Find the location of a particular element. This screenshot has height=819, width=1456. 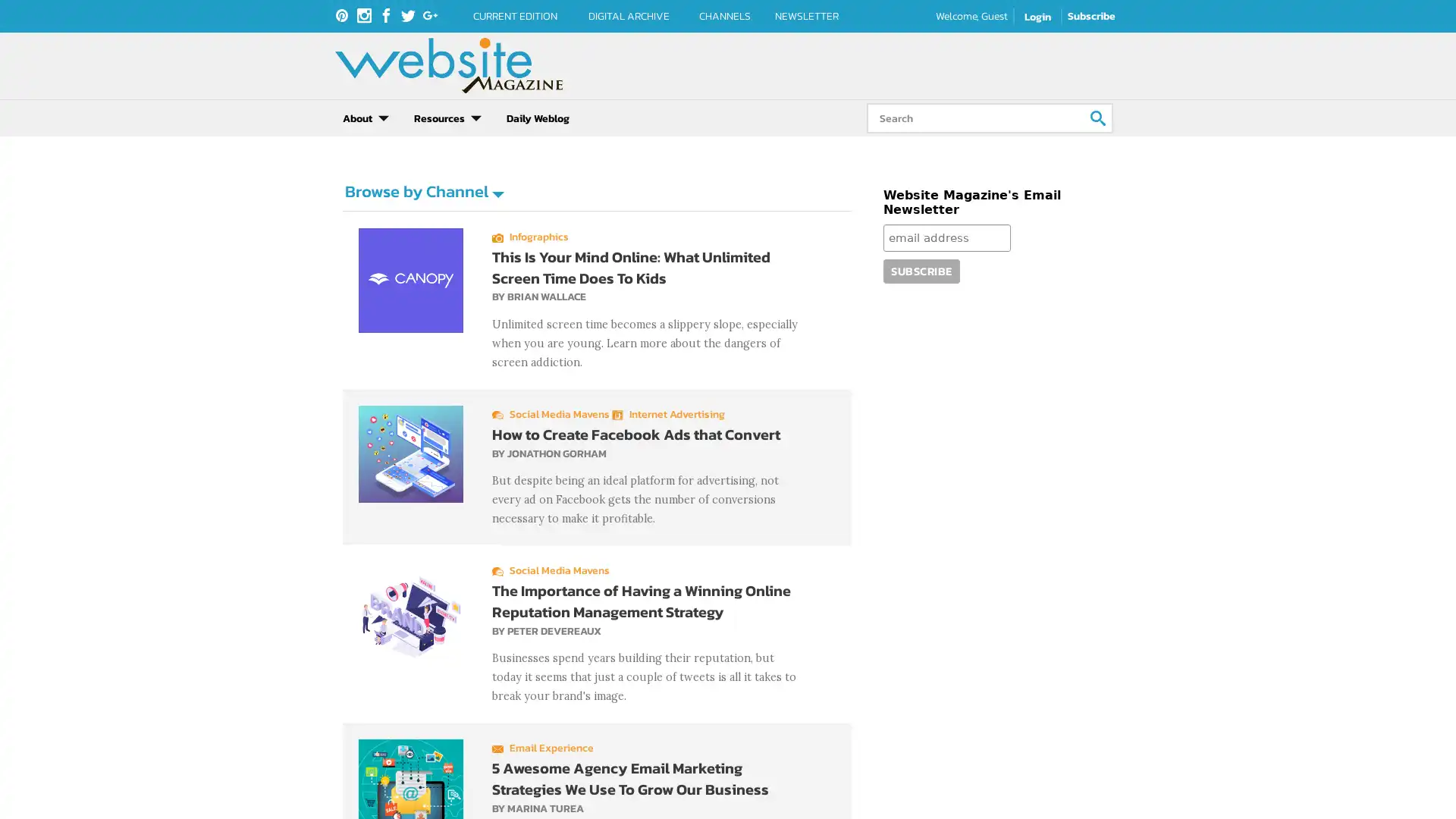

Subscribe is located at coordinates (920, 270).